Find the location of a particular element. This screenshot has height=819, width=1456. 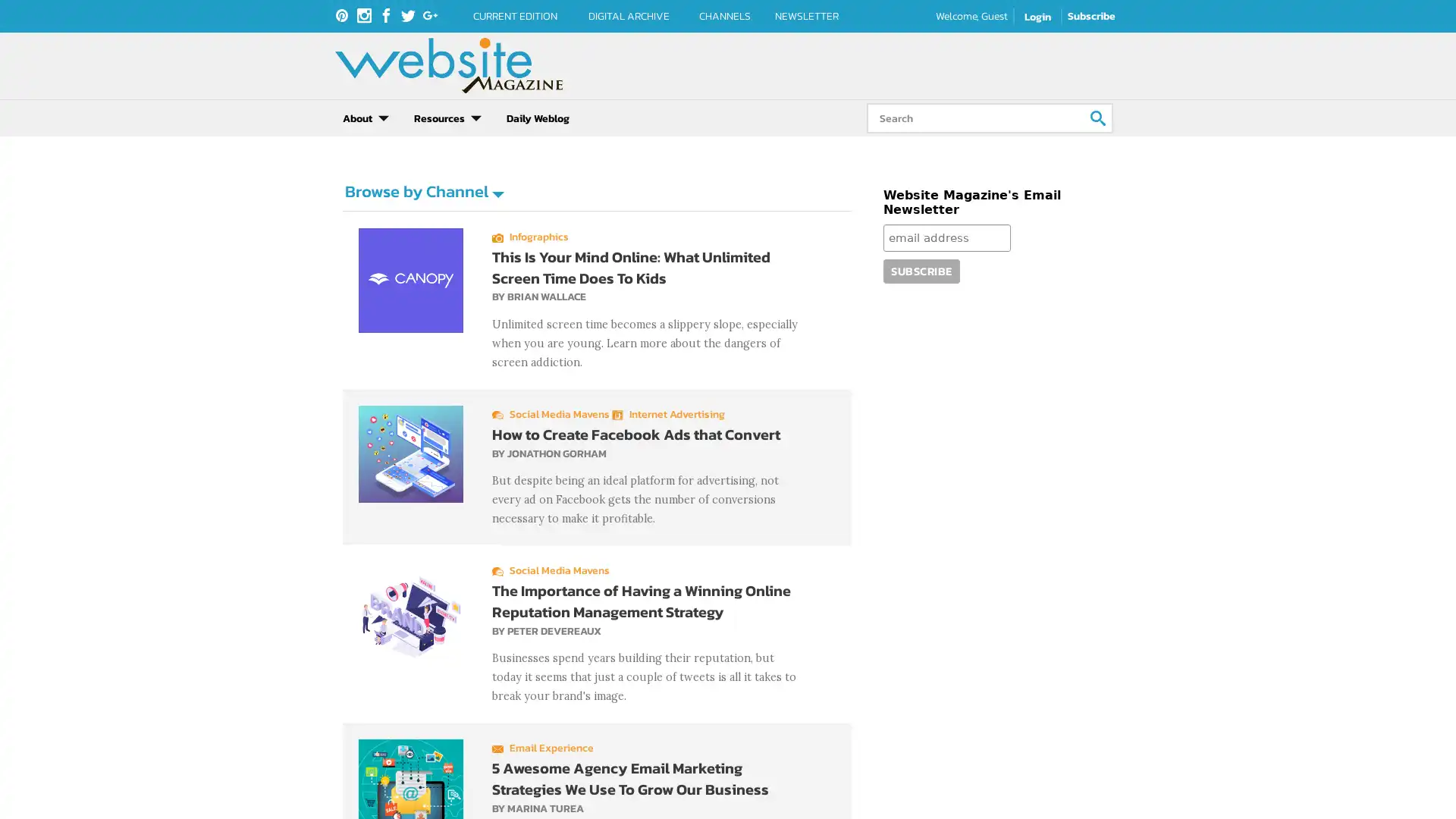

Subscribe is located at coordinates (920, 270).